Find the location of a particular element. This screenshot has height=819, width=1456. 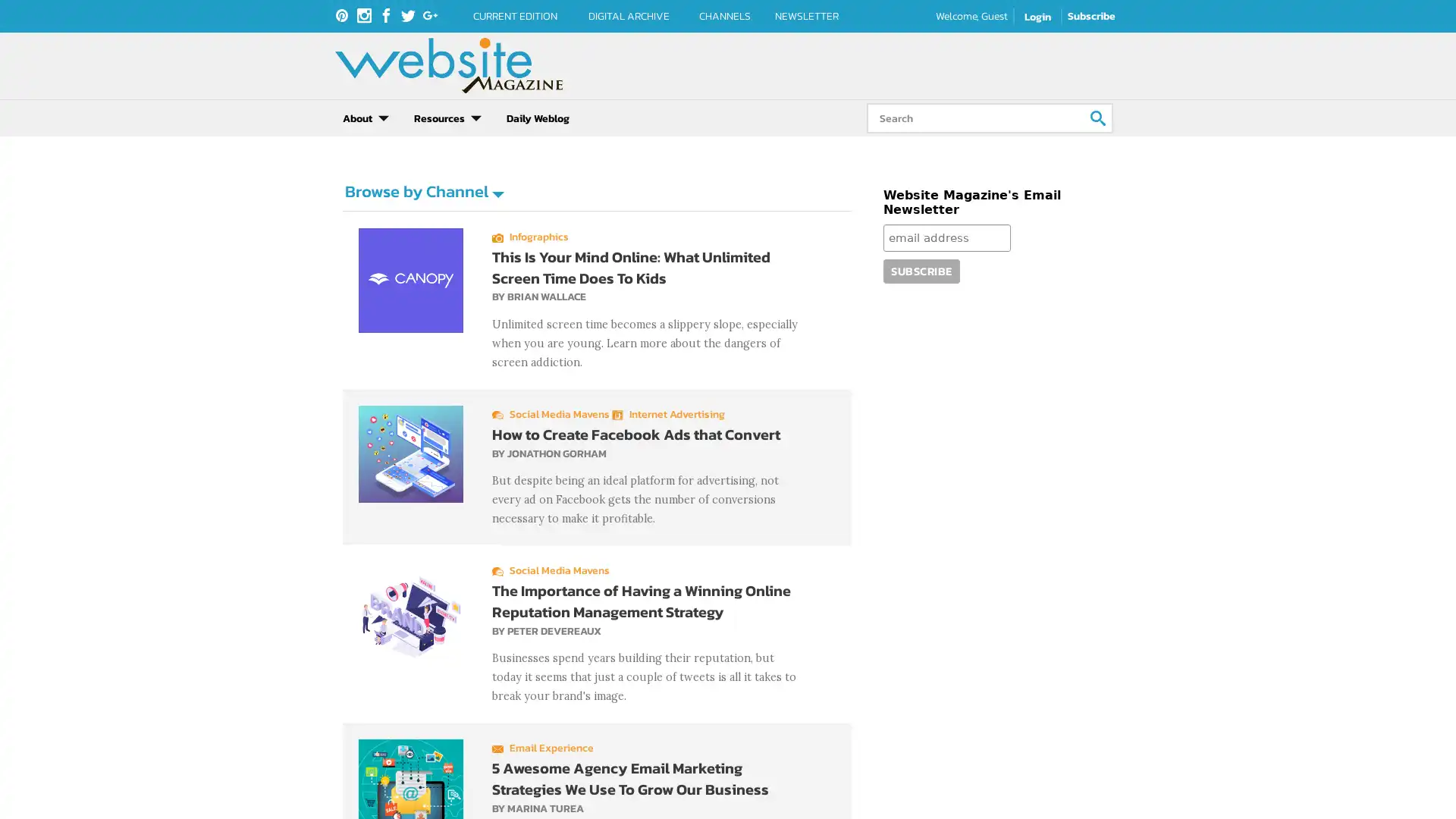

Subscribe is located at coordinates (920, 270).